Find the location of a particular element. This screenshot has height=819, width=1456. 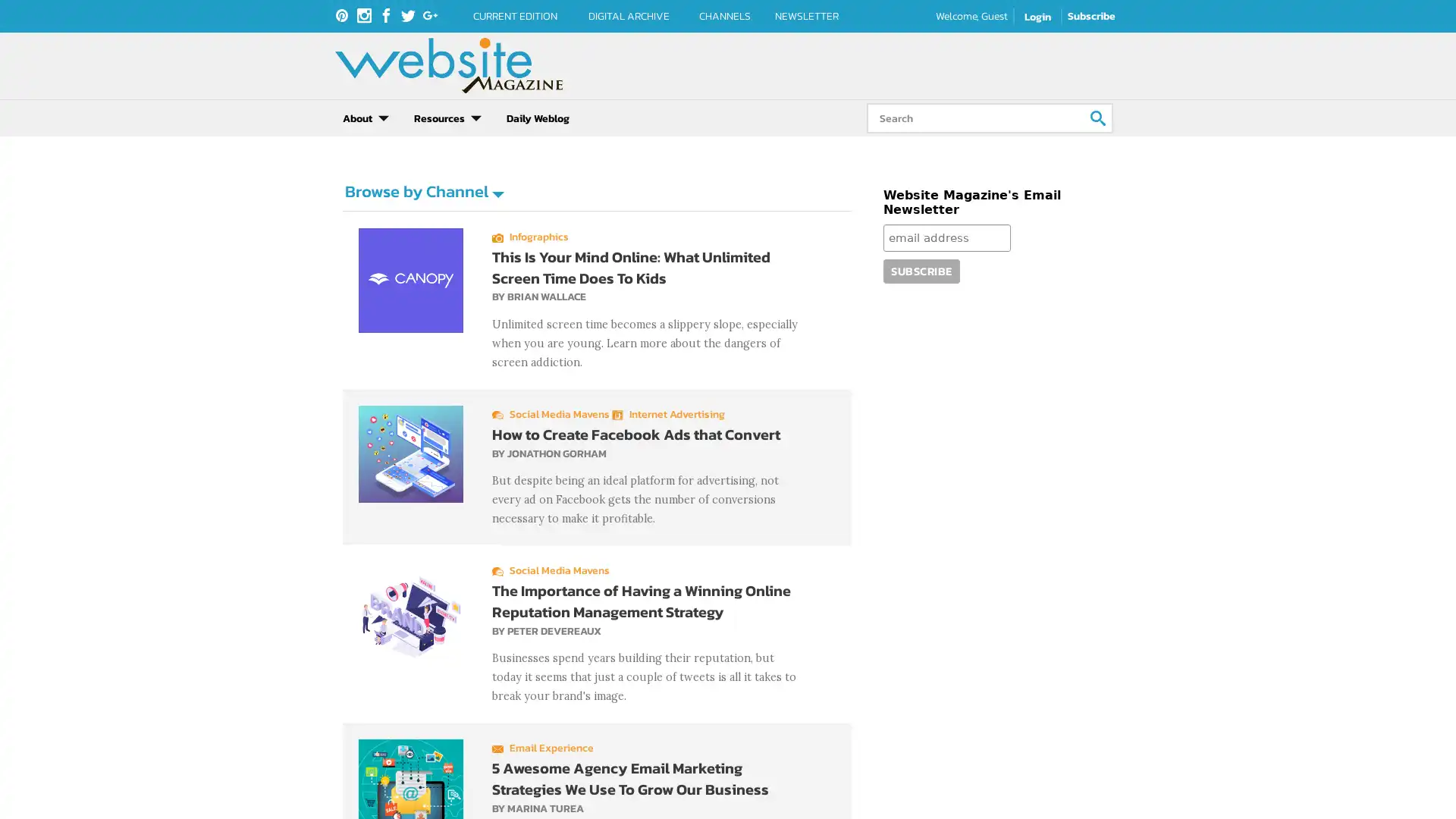

Subscribe is located at coordinates (920, 270).